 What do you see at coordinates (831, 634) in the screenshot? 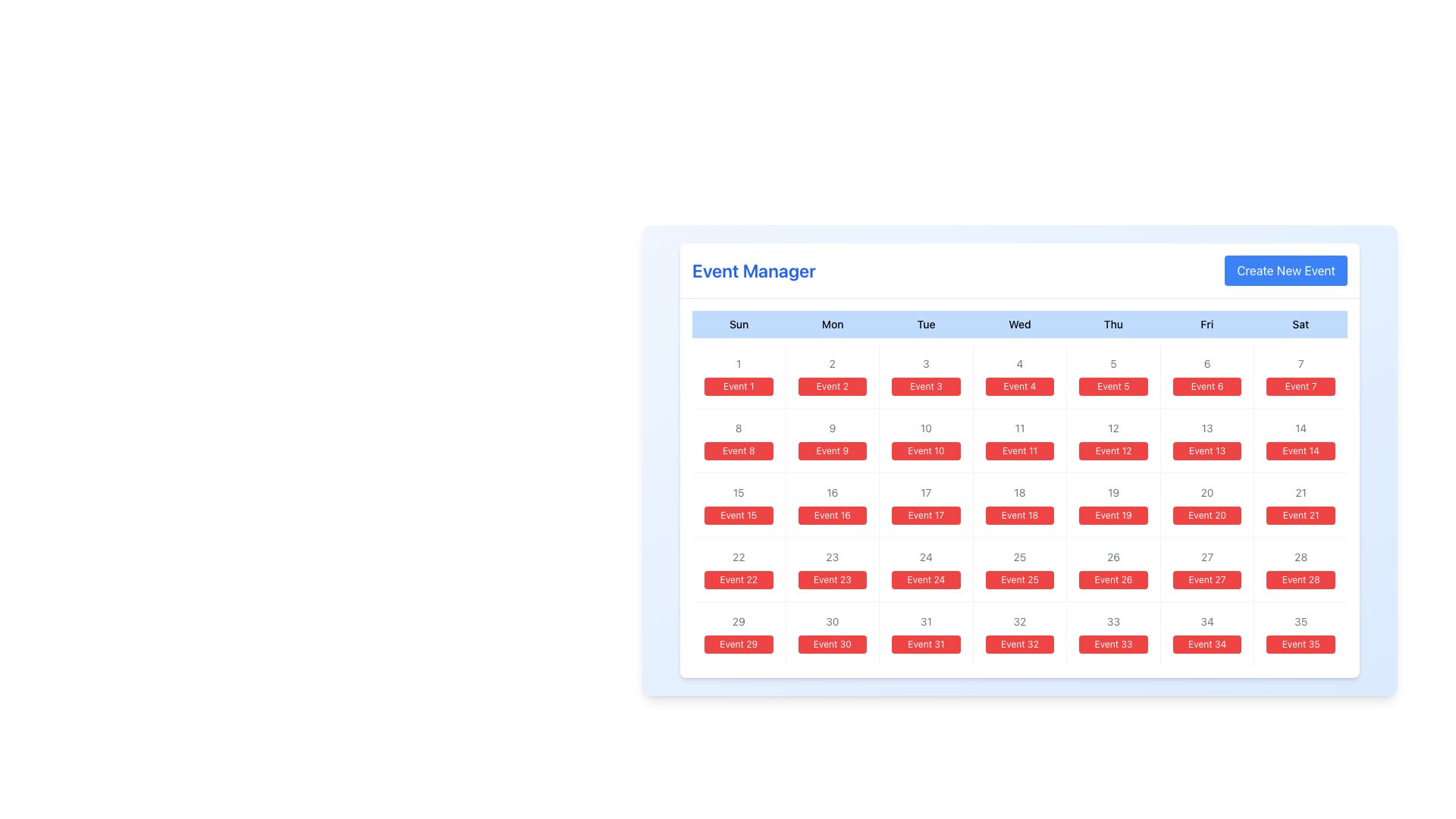
I see `the calendar cell representing the 30th day of the month to edit event details for 'Event 30.'` at bounding box center [831, 634].